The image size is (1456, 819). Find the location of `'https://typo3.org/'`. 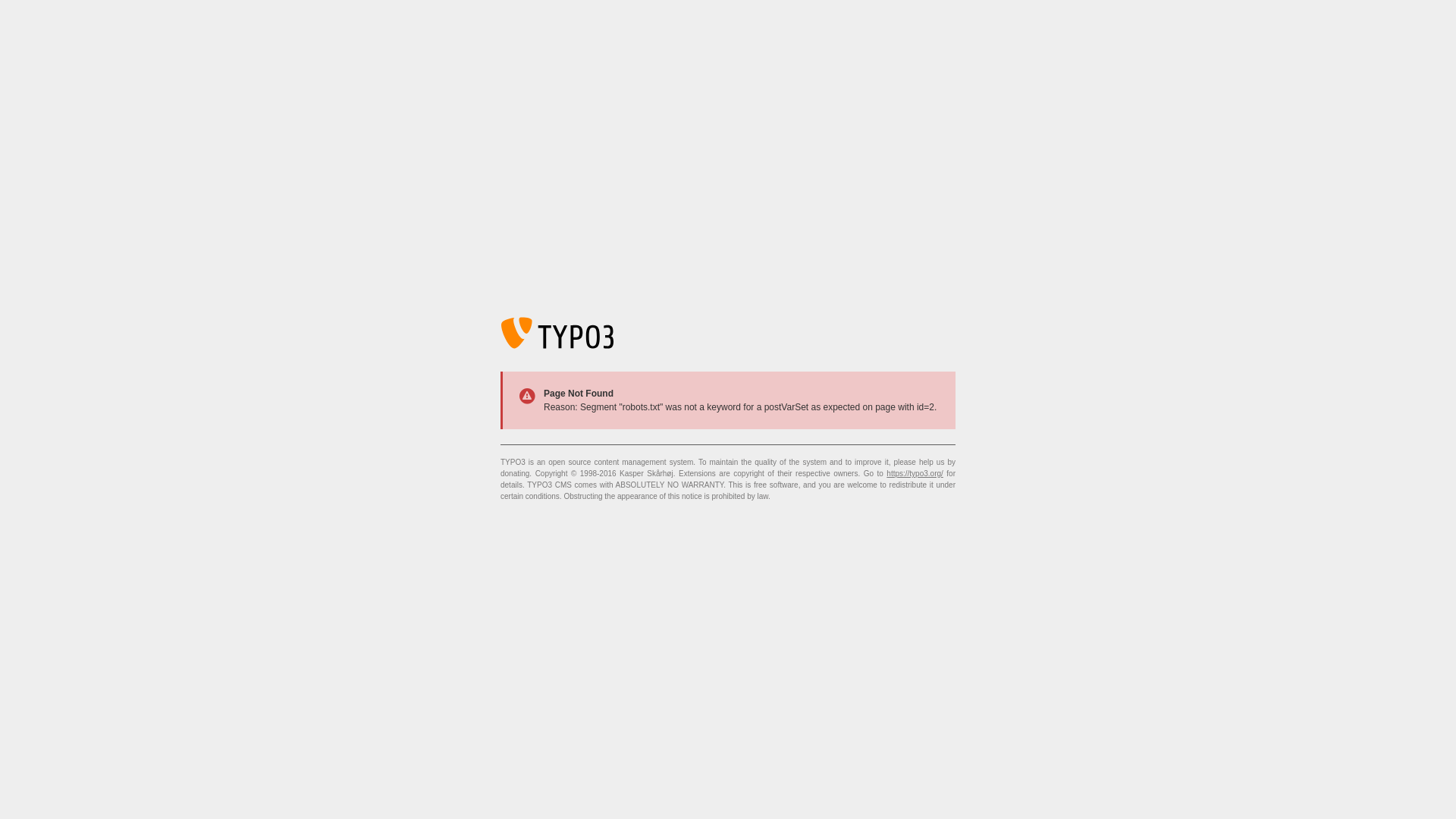

'https://typo3.org/' is located at coordinates (914, 472).